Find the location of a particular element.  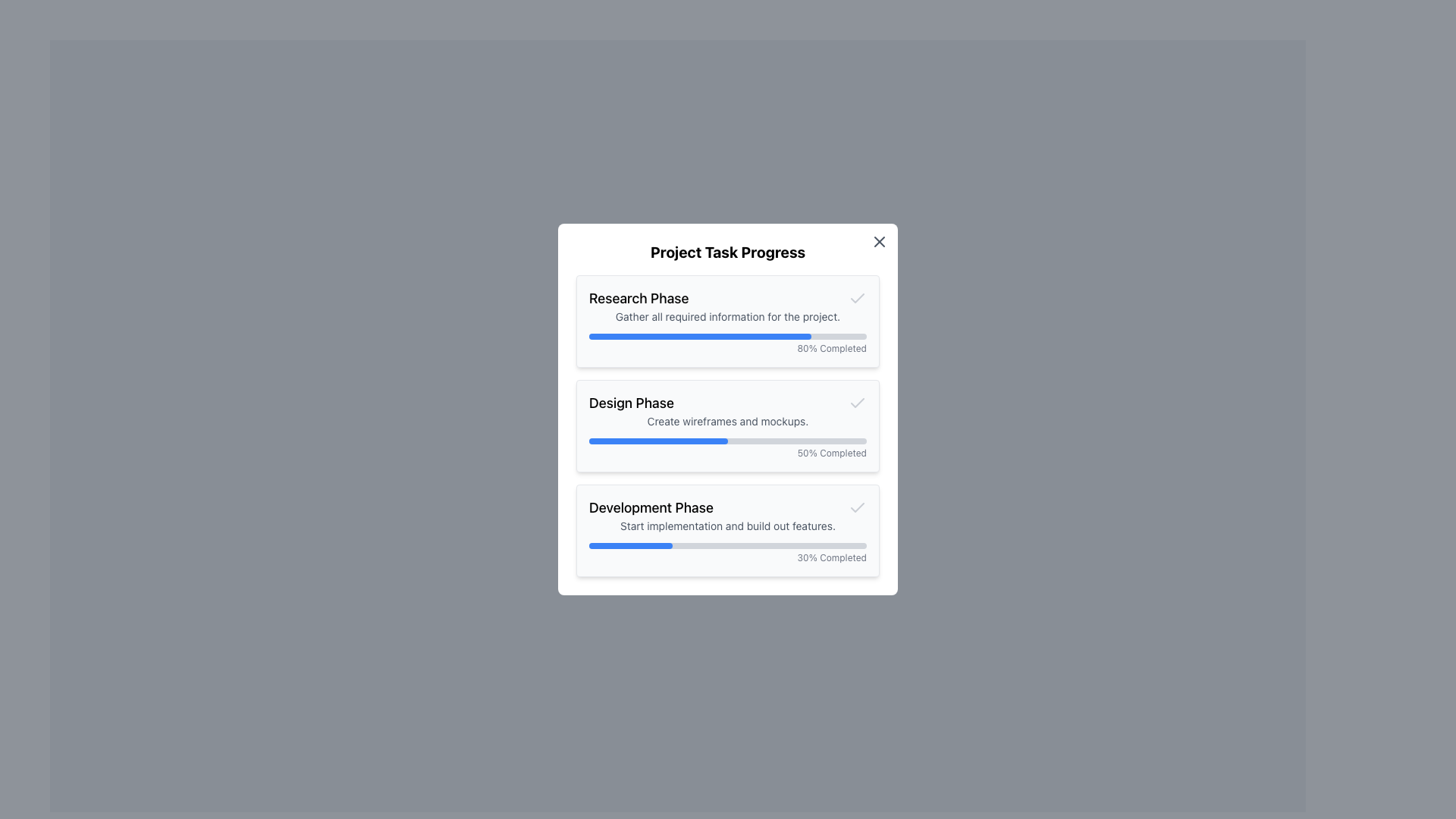

the textual description element that provides context for the 'Development Phase', located in the lower half of the section, centered horizontally, above the progress bar is located at coordinates (728, 526).